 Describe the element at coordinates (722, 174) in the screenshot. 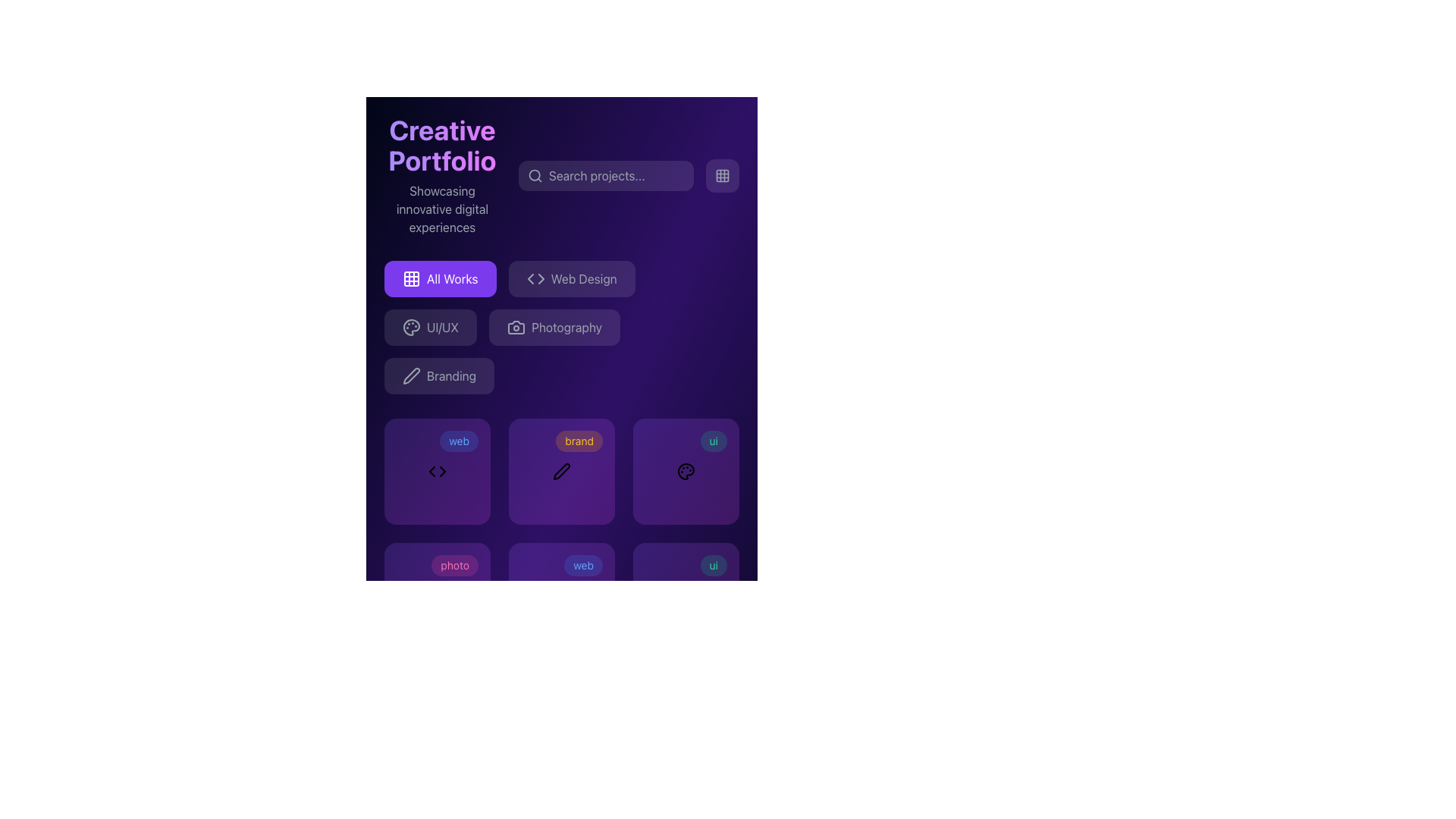

I see `the grid icon button located in the top-right corner of the interface` at that location.